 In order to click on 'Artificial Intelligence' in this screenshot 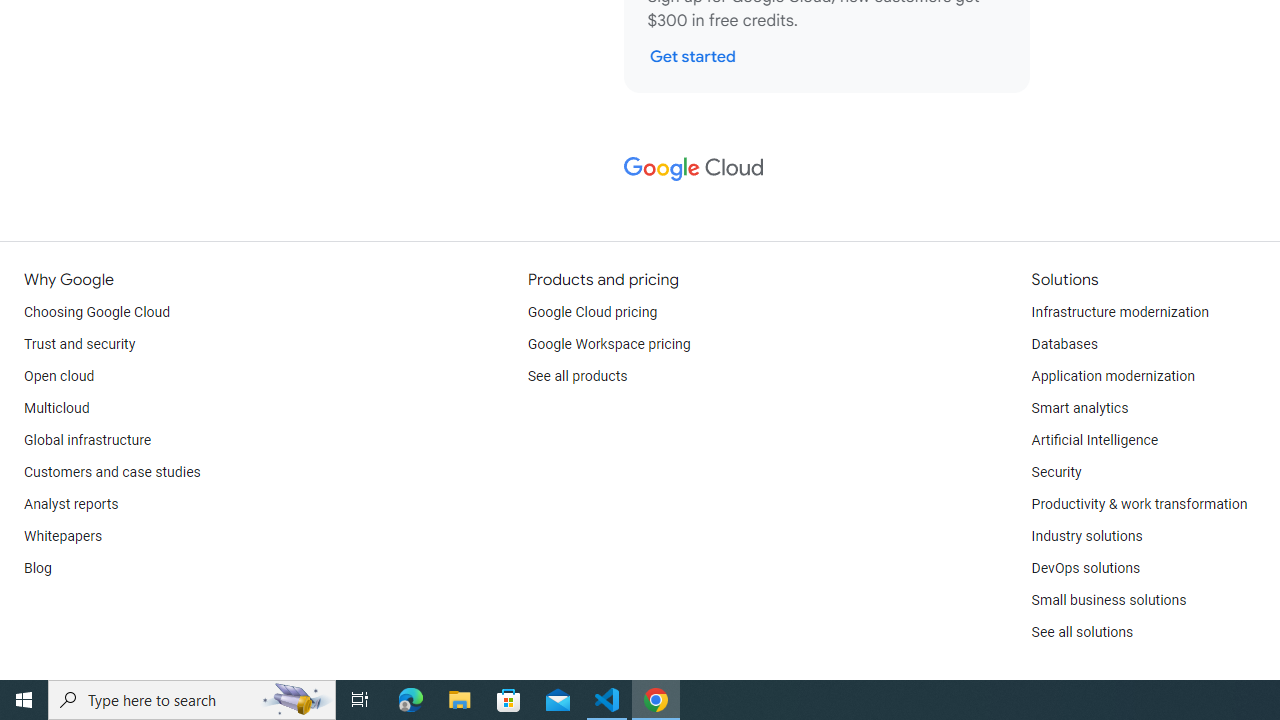, I will do `click(1093, 440)`.